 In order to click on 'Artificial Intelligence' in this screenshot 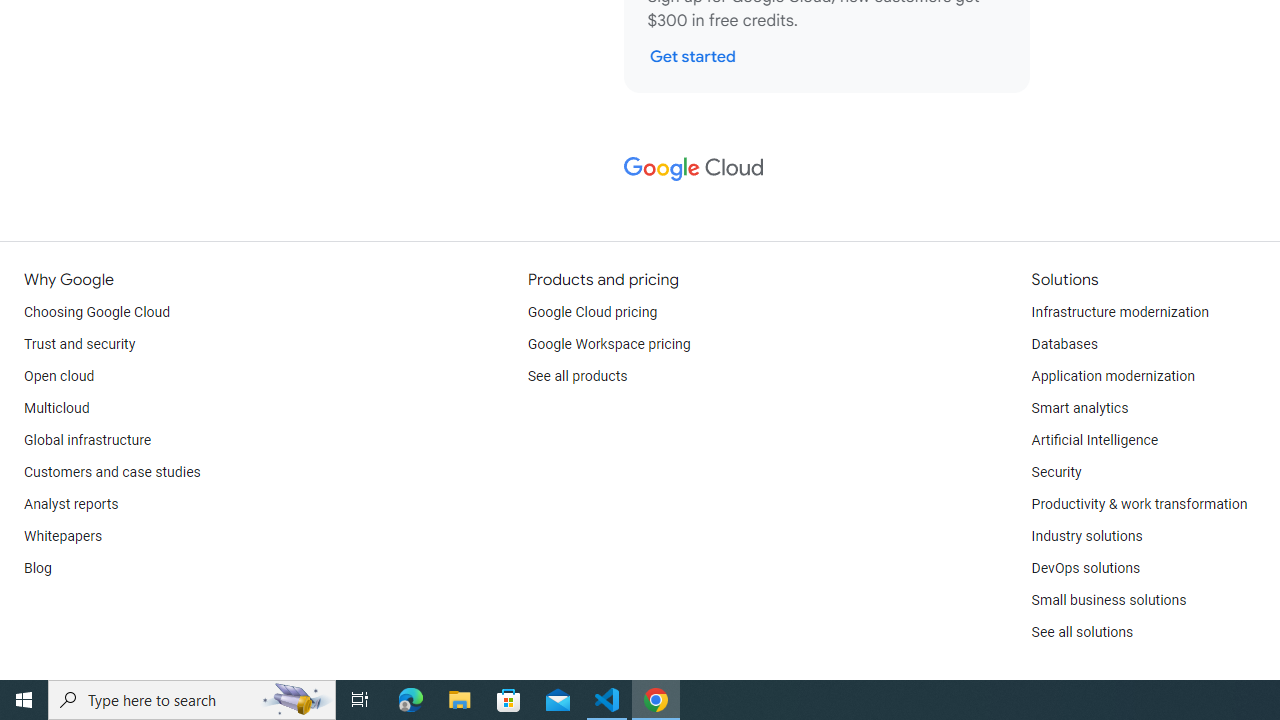, I will do `click(1093, 440)`.